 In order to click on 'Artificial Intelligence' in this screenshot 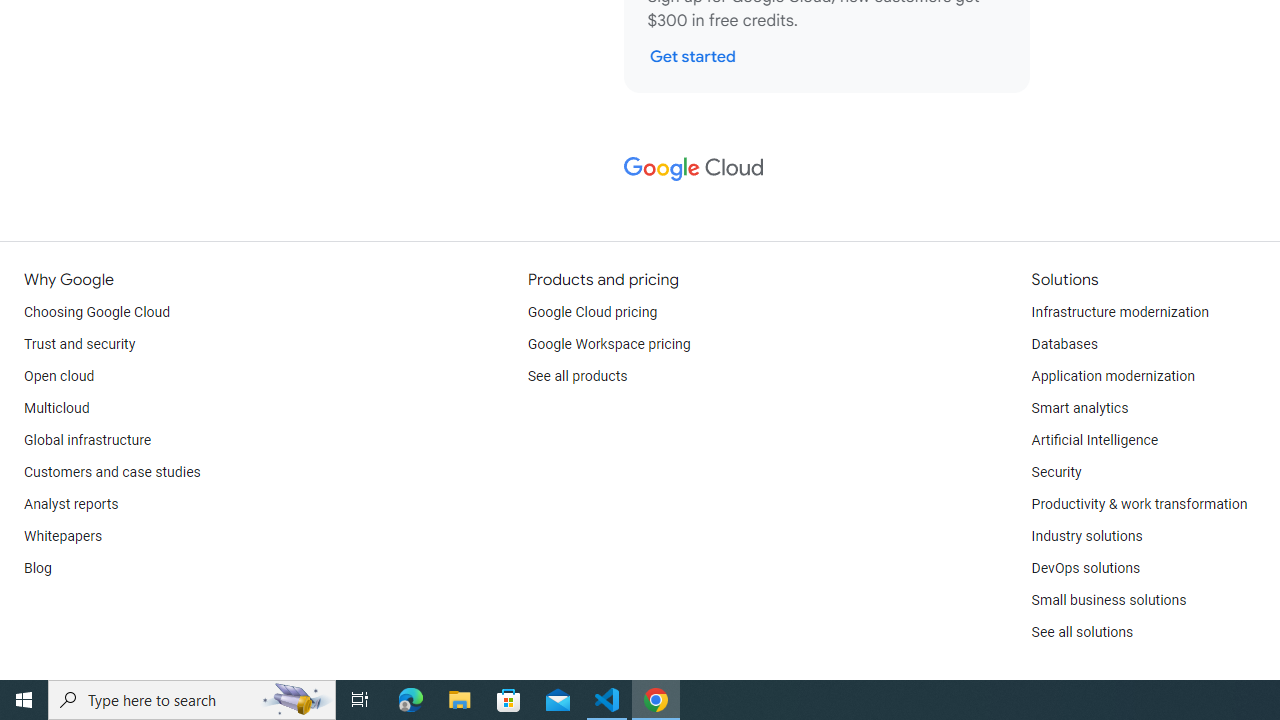, I will do `click(1093, 440)`.